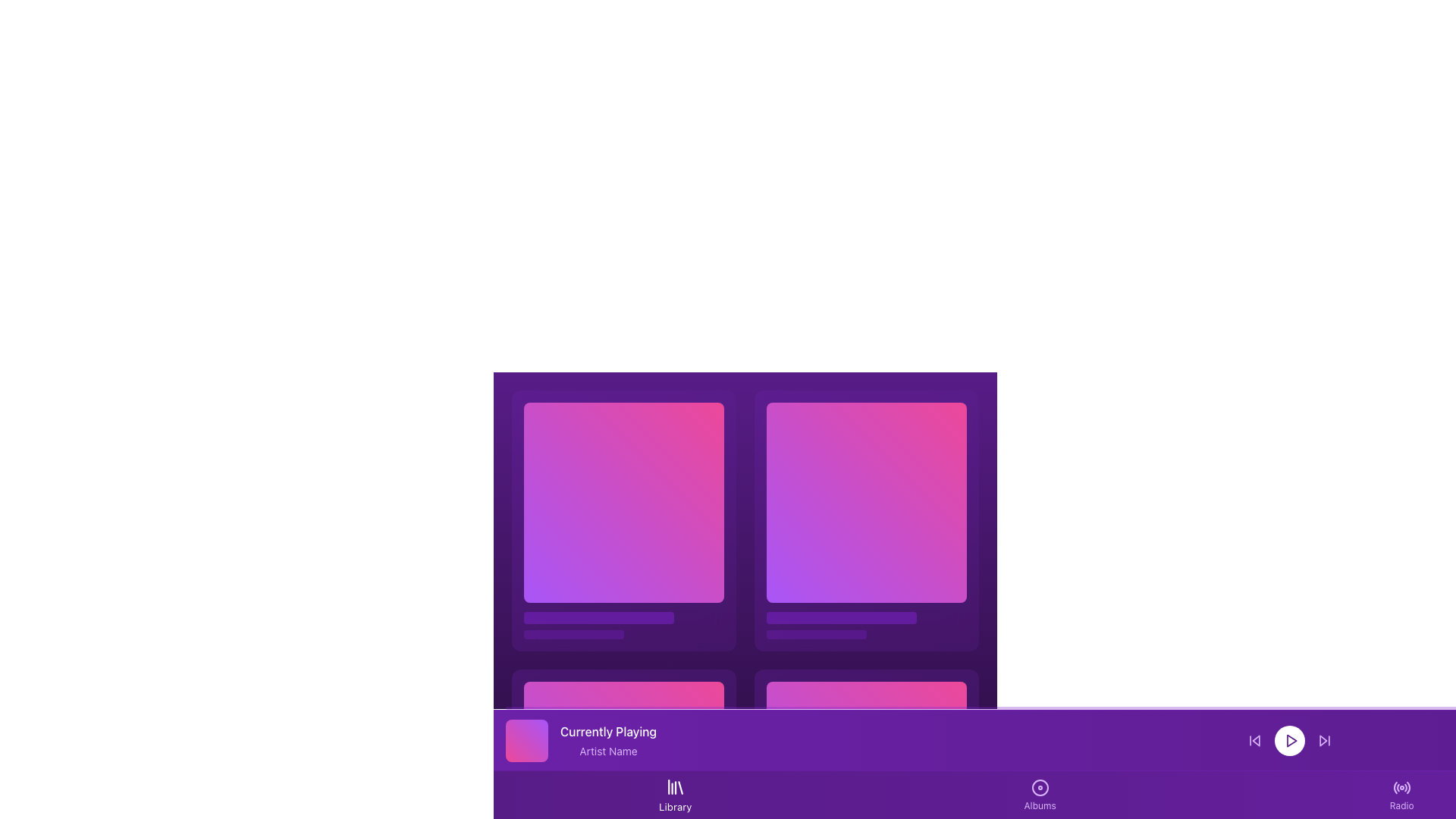 The image size is (1456, 819). What do you see at coordinates (598, 617) in the screenshot?
I see `the top progress bar element, which serves as a decorative or progress indicator, positioned above a smaller bar in a vertical stack` at bounding box center [598, 617].